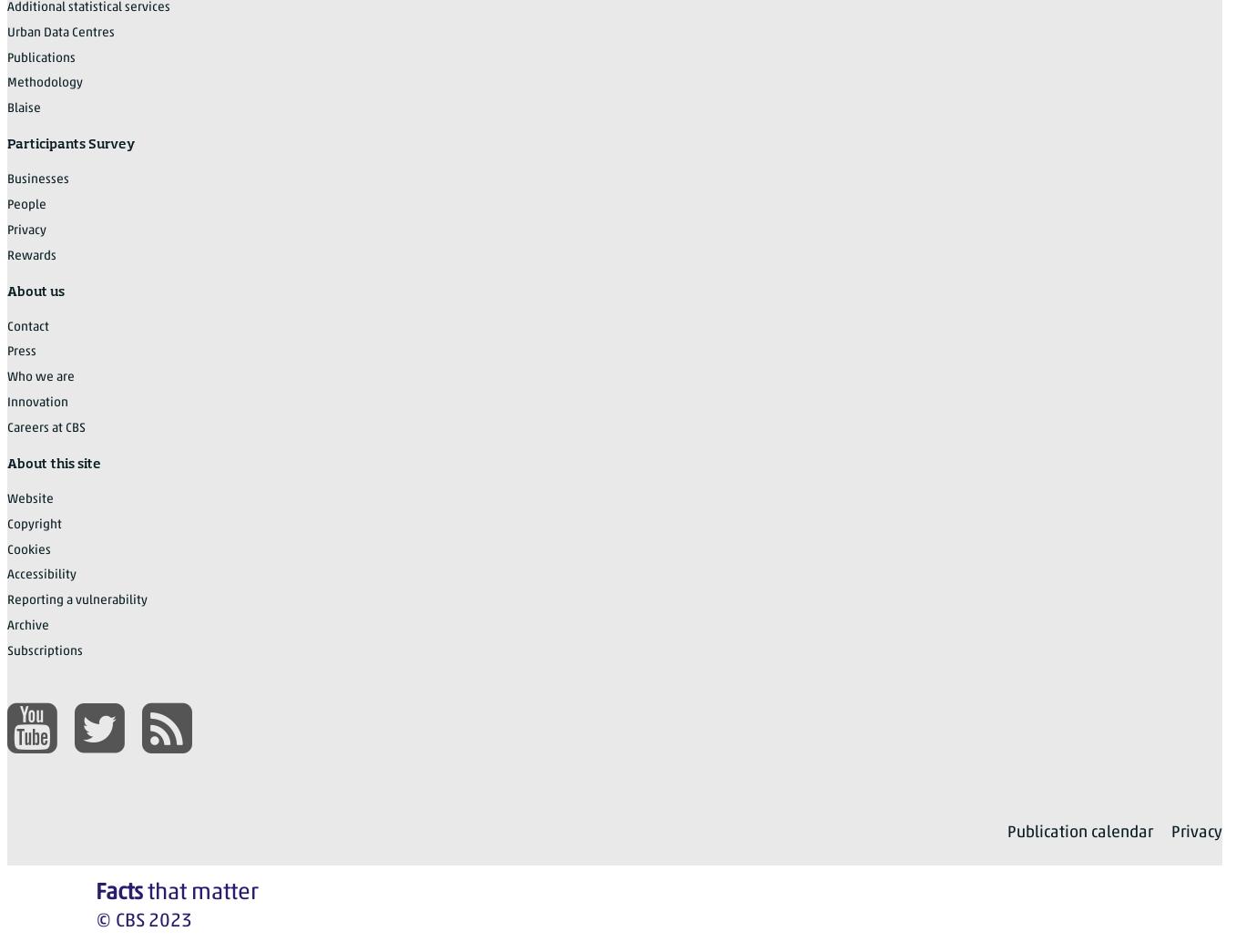  I want to click on 'About this site', so click(54, 463).